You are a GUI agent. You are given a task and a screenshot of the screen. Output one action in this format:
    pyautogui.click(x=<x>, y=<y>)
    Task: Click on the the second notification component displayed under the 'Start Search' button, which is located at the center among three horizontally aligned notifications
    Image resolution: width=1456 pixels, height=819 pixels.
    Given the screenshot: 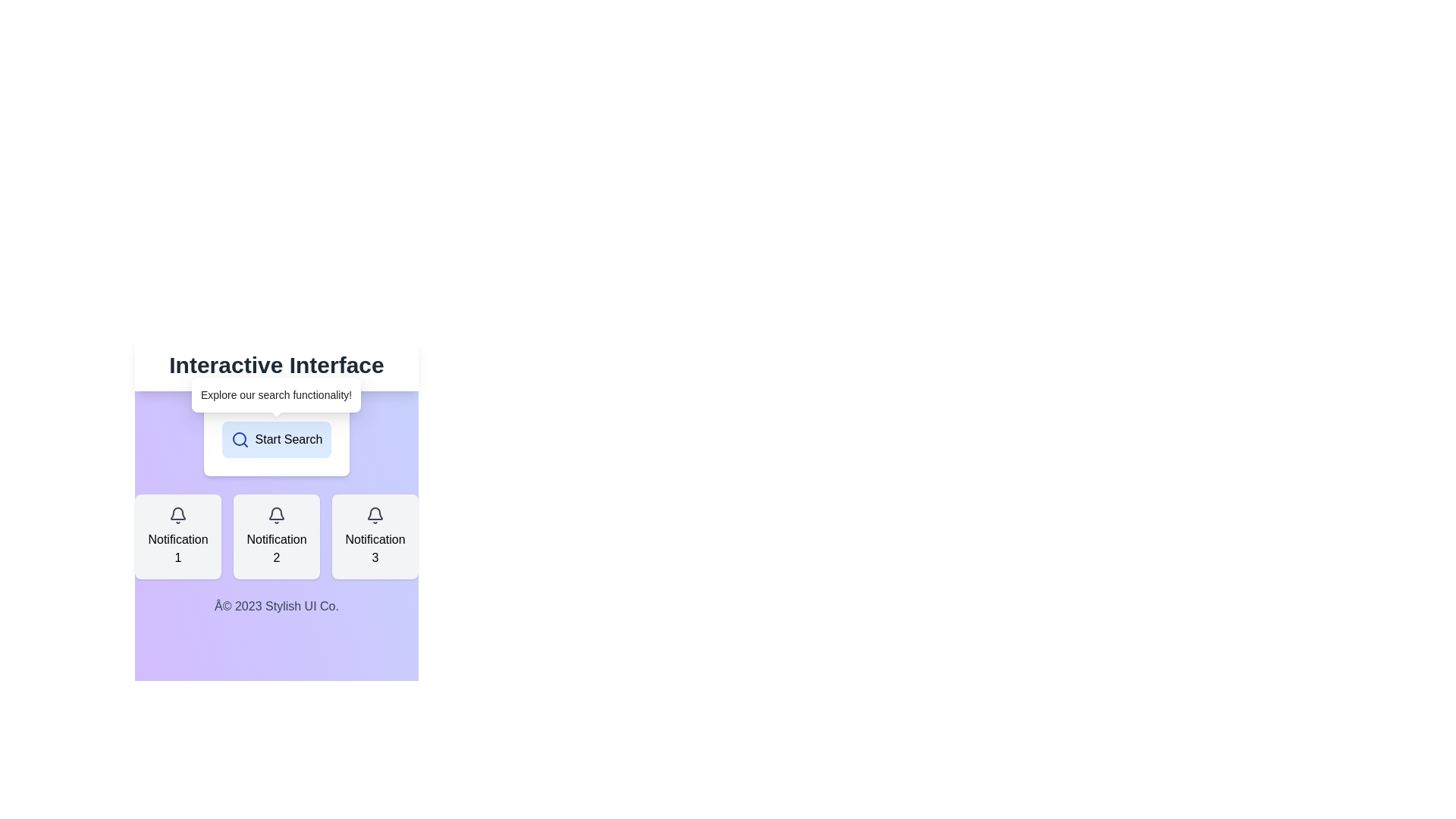 What is the action you would take?
    pyautogui.click(x=276, y=536)
    